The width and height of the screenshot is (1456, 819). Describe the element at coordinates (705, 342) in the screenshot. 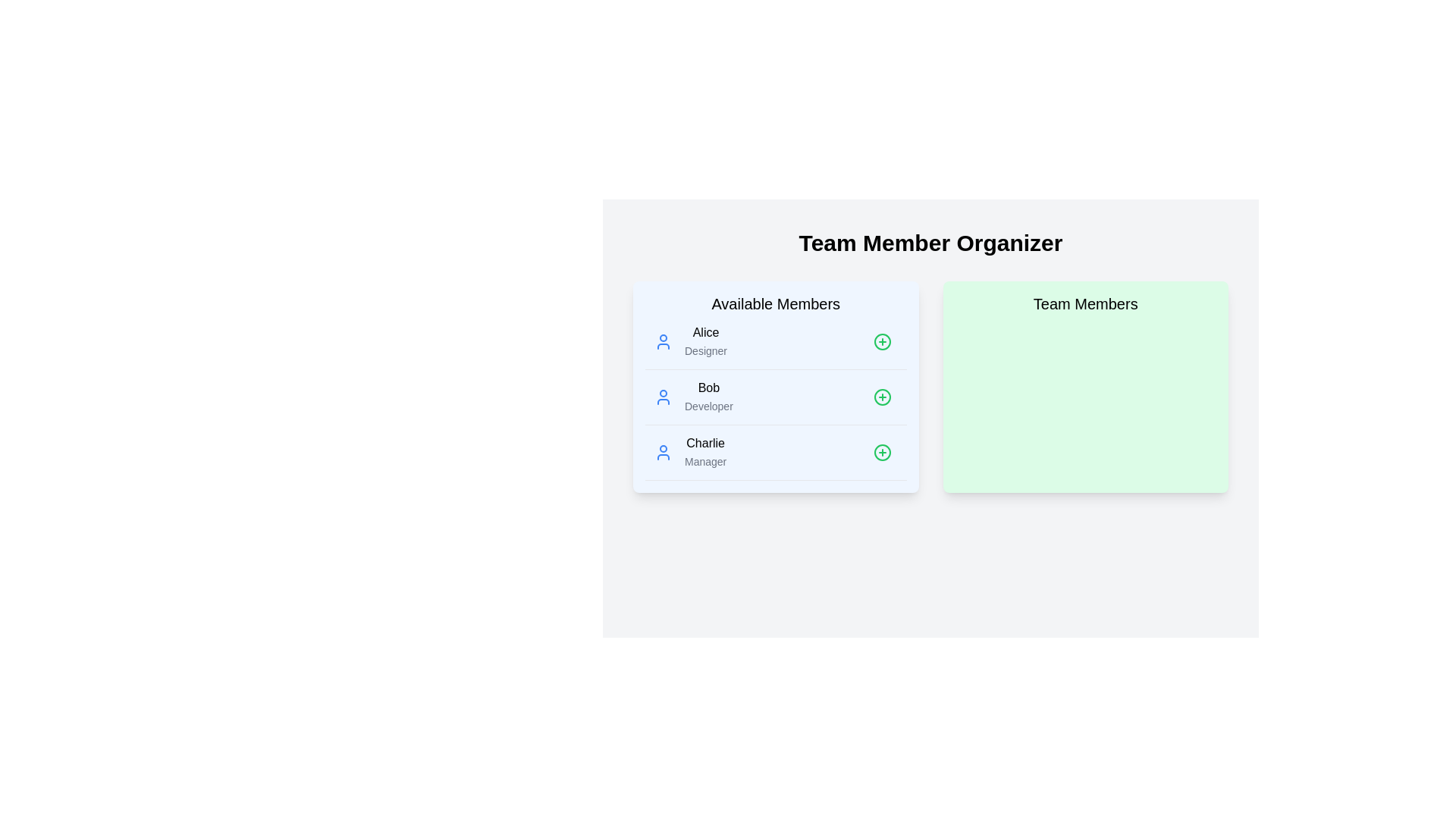

I see `the text block displaying 'Alice: Designer' in the 'Available Members' section` at that location.